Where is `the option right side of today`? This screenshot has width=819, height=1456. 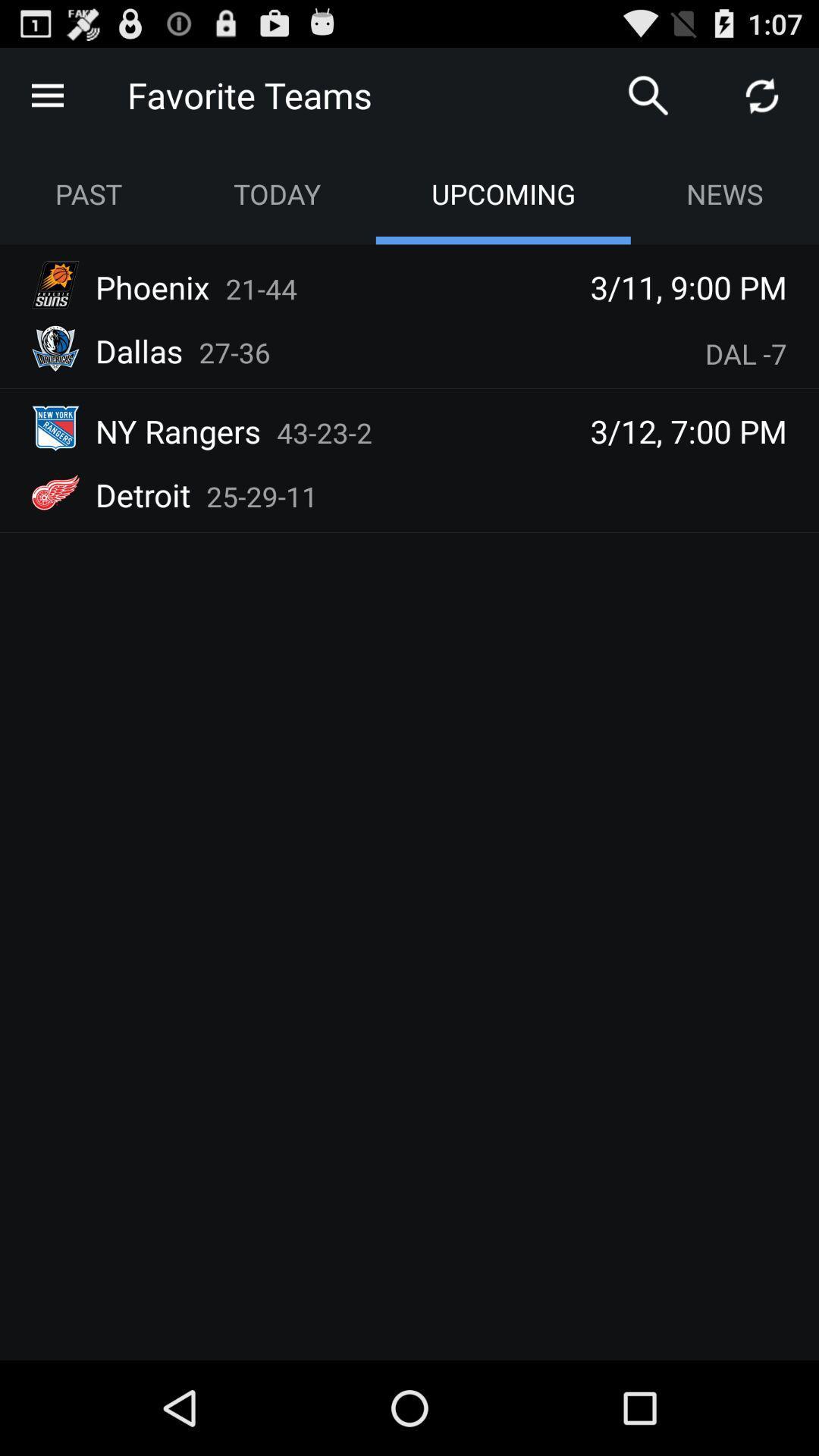
the option right side of today is located at coordinates (503, 193).